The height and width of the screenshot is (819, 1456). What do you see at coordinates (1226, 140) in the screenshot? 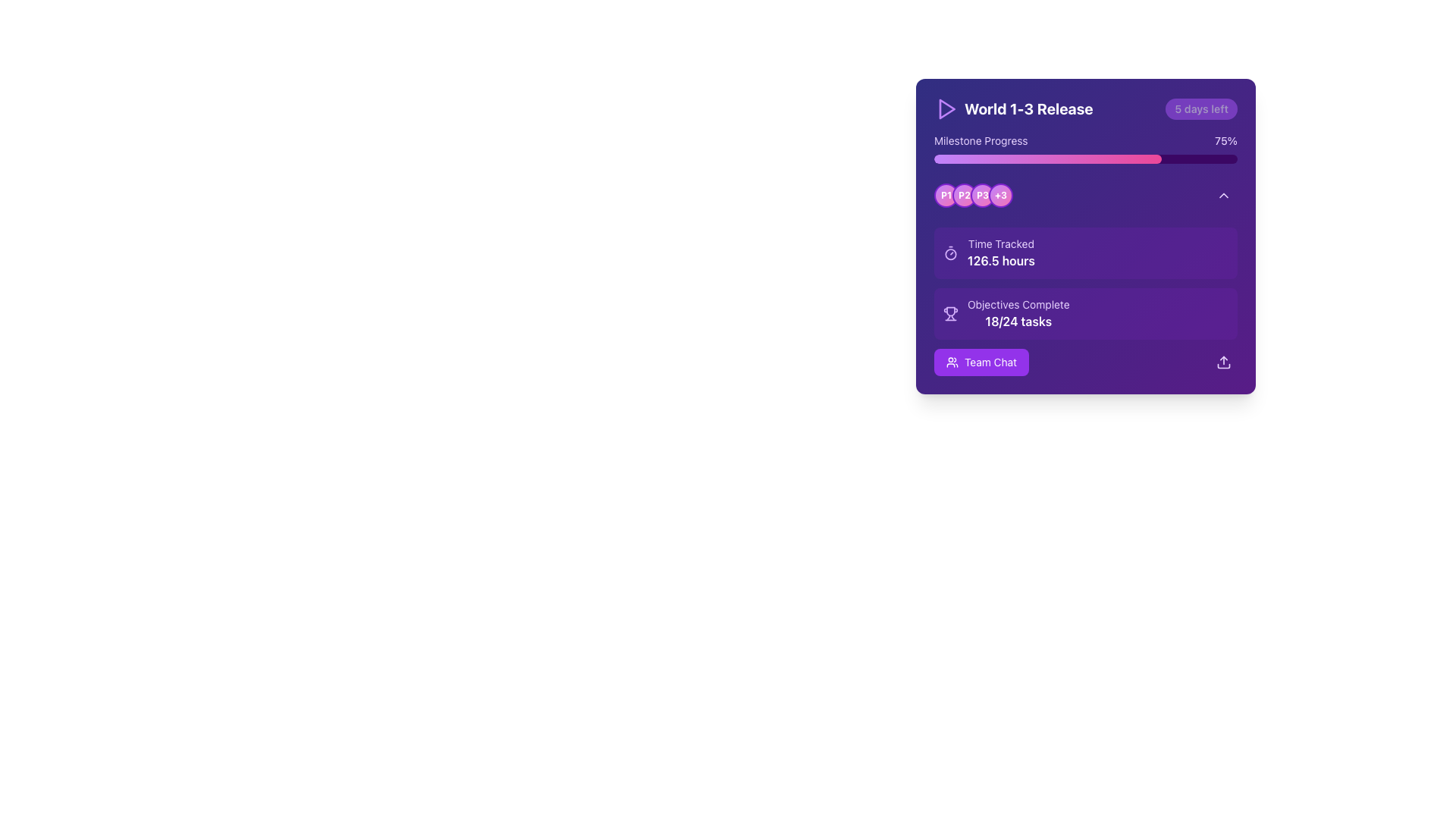
I see `the static label displaying '75%' which is right-aligned next to the 'Milestone Progress' label, located within a dark purple background box` at bounding box center [1226, 140].